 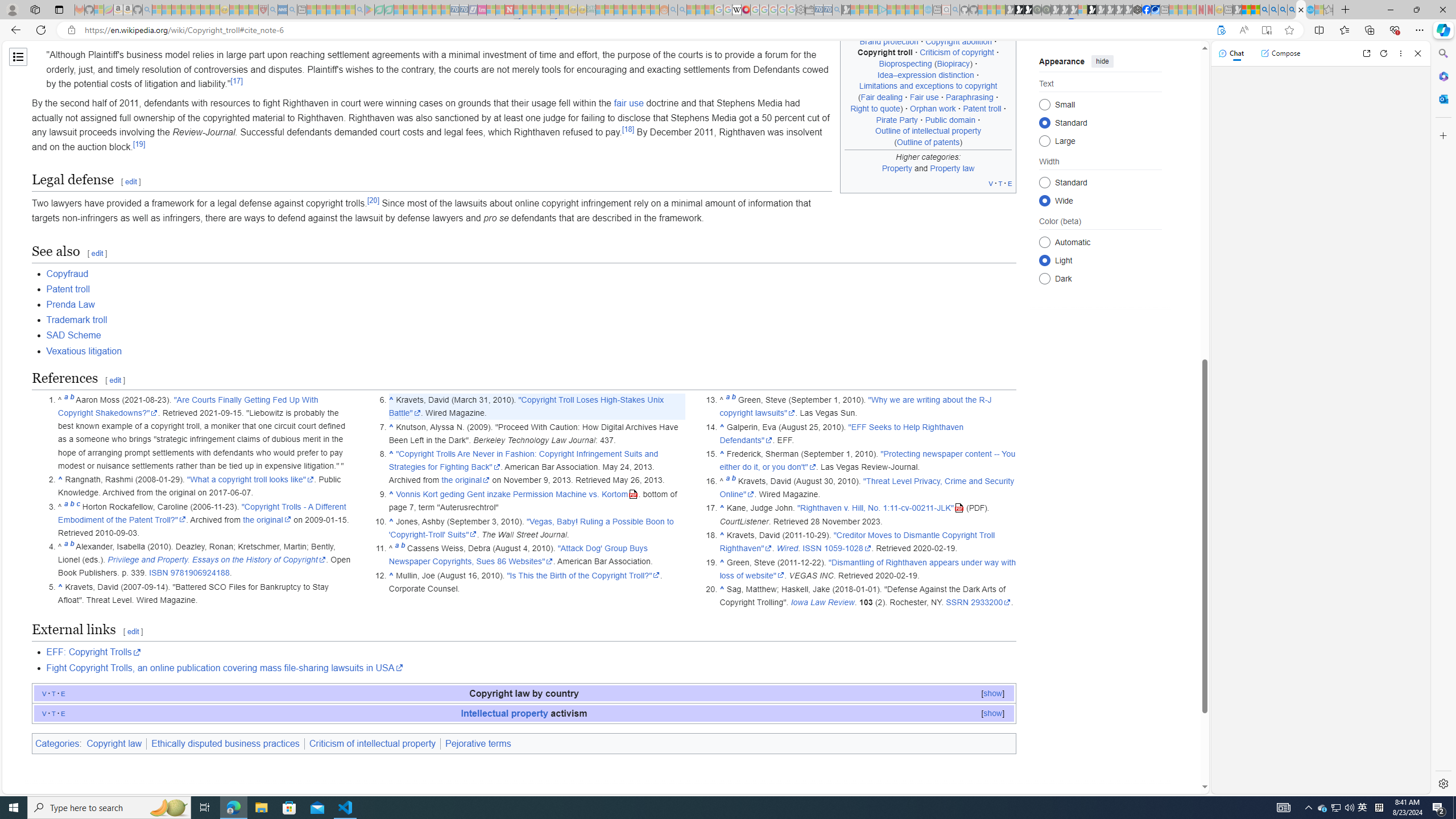 What do you see at coordinates (1103, 61) in the screenshot?
I see `'hide'` at bounding box center [1103, 61].